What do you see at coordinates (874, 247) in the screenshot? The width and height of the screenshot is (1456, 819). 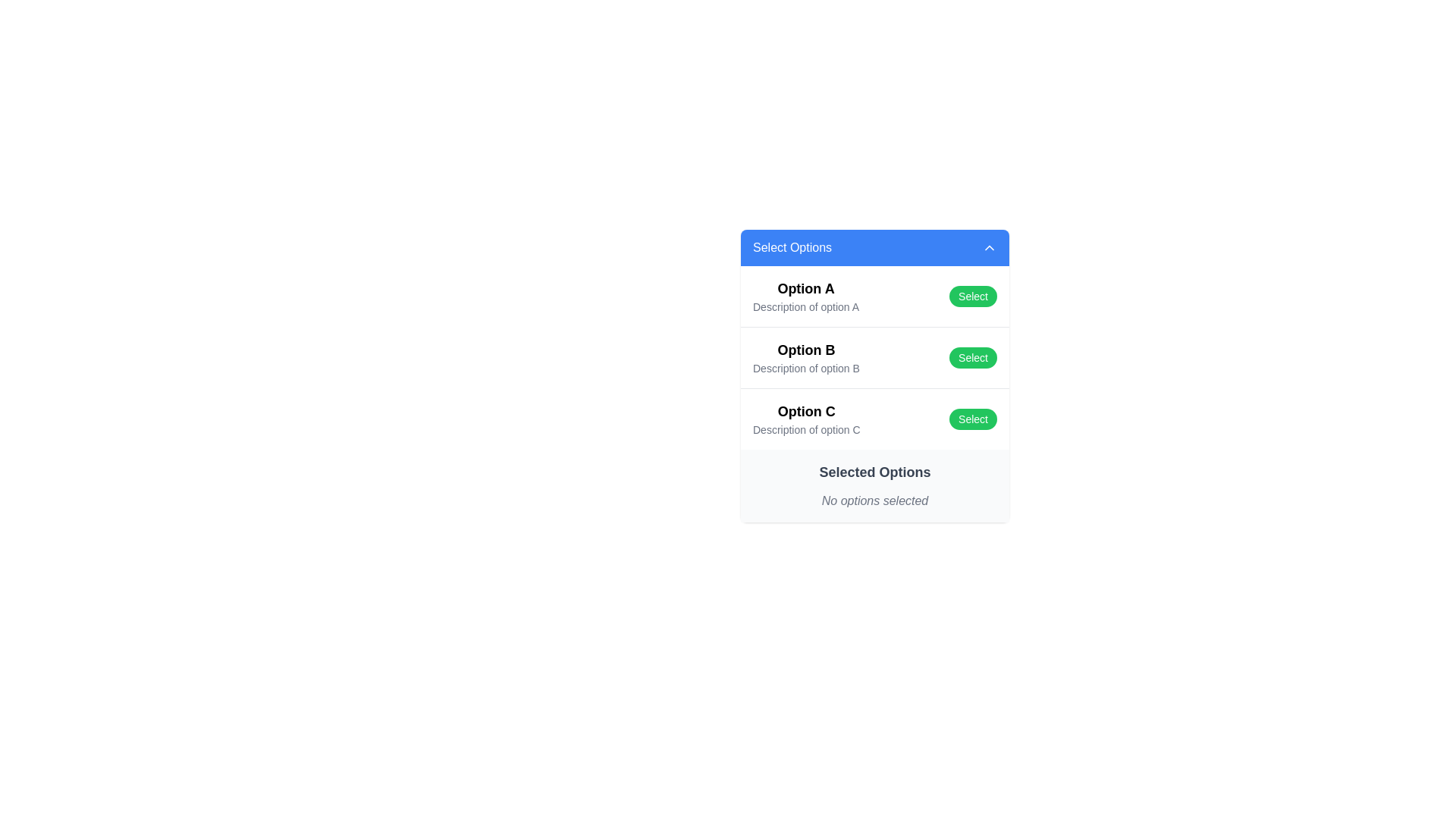 I see `the Dropdown toggle button, which has a blue background and the text 'Select Options'` at bounding box center [874, 247].